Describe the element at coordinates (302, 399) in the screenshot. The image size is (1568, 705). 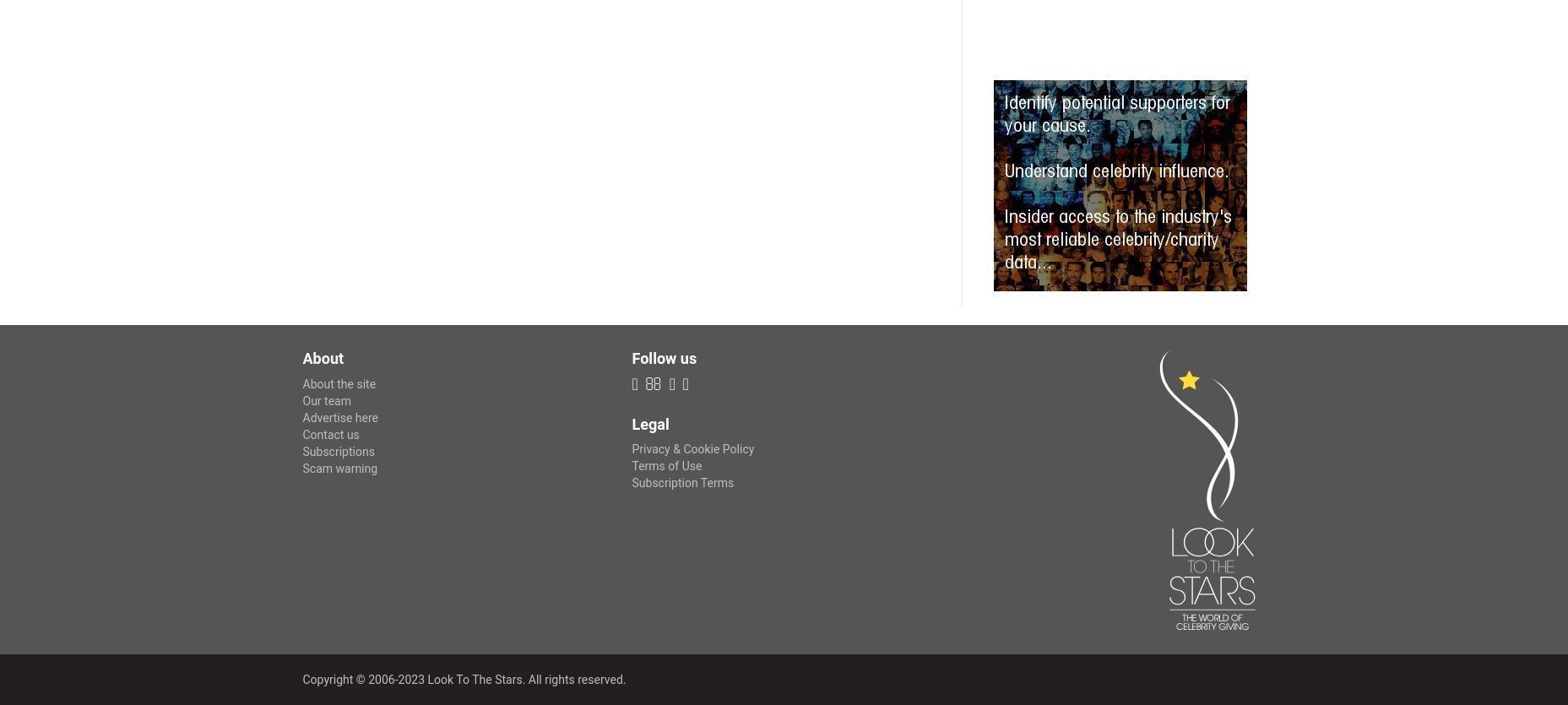
I see `'Our team'` at that location.